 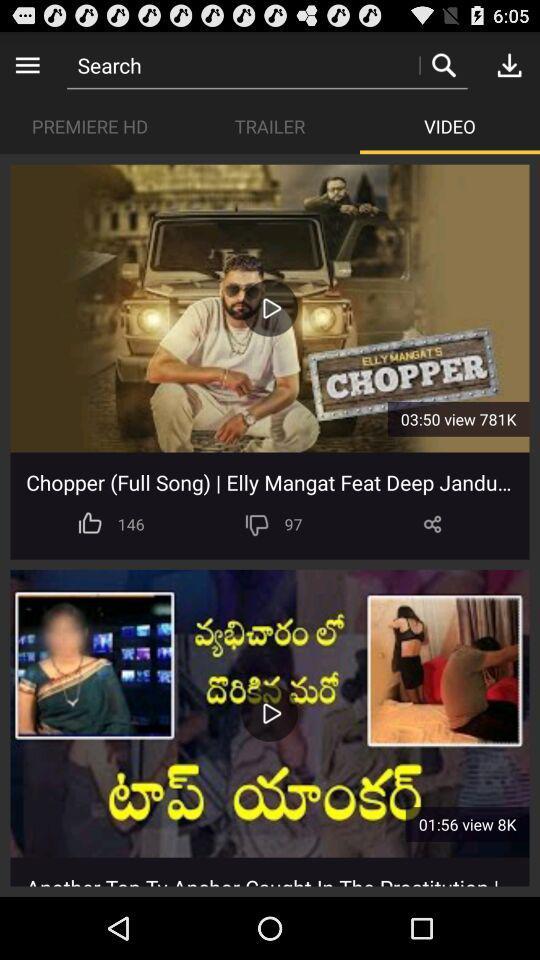 I want to click on the icon below the trailer, so click(x=269, y=308).